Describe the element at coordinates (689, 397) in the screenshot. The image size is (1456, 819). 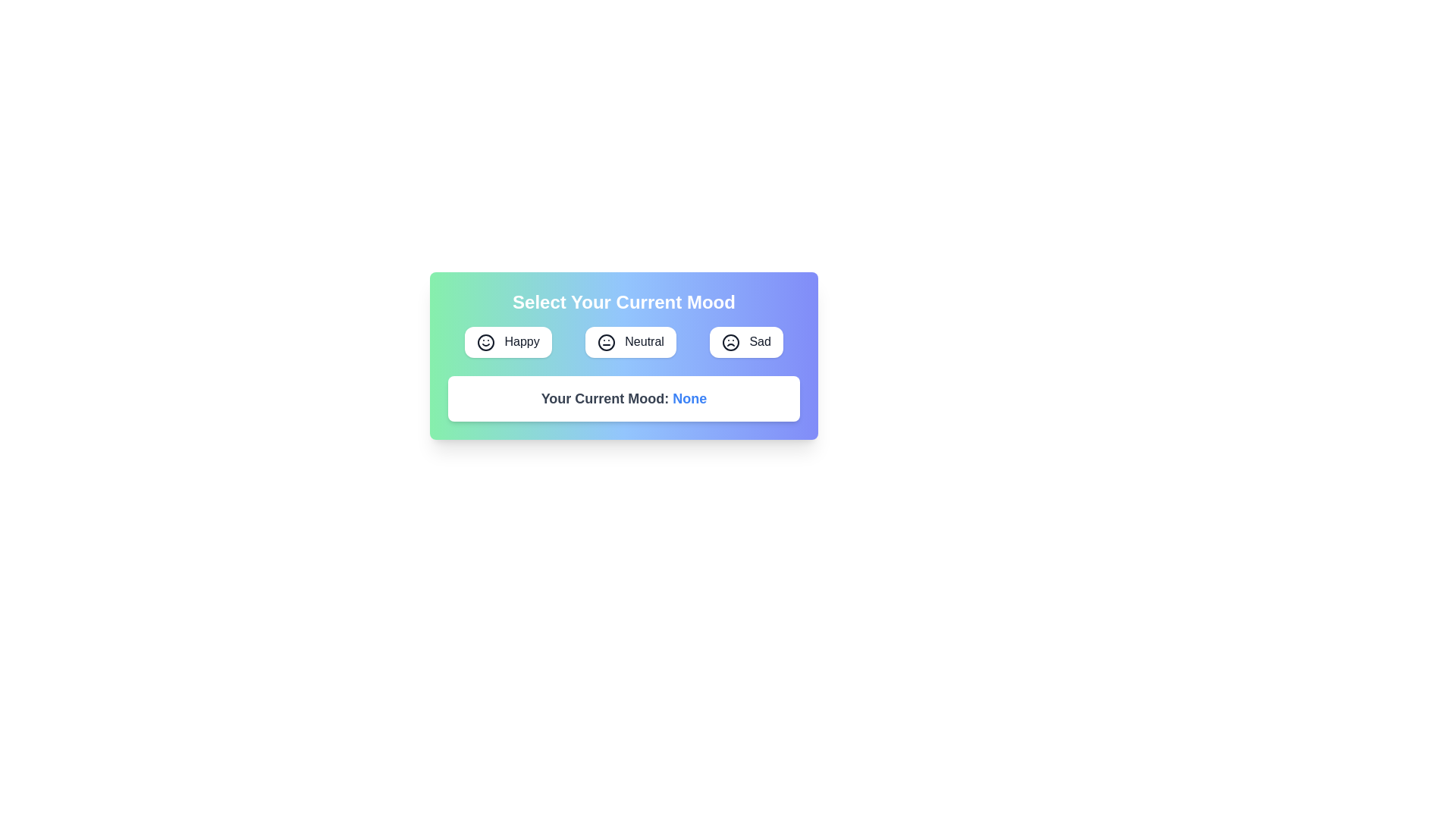
I see `the static text label displaying 'None' which indicates the current mood, located within the statement 'Your Current Mood:' and styled with a blue font color` at that location.